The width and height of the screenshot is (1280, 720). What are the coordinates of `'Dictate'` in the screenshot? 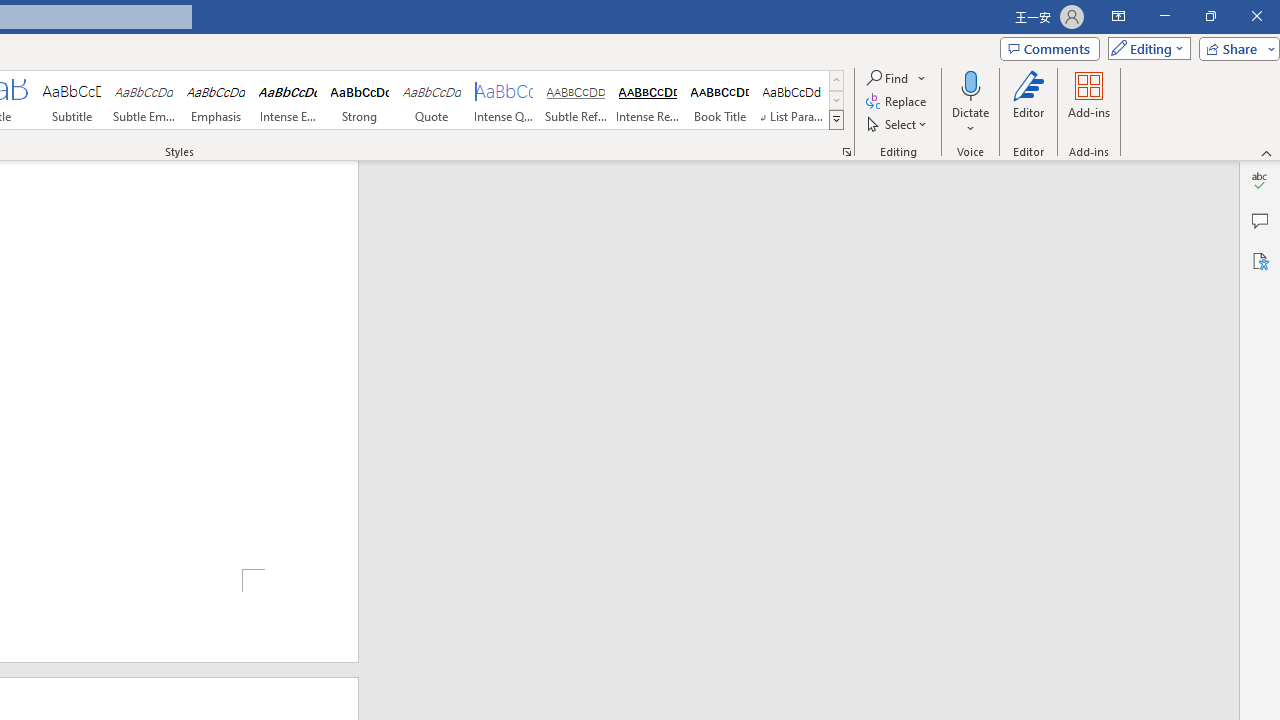 It's located at (970, 84).